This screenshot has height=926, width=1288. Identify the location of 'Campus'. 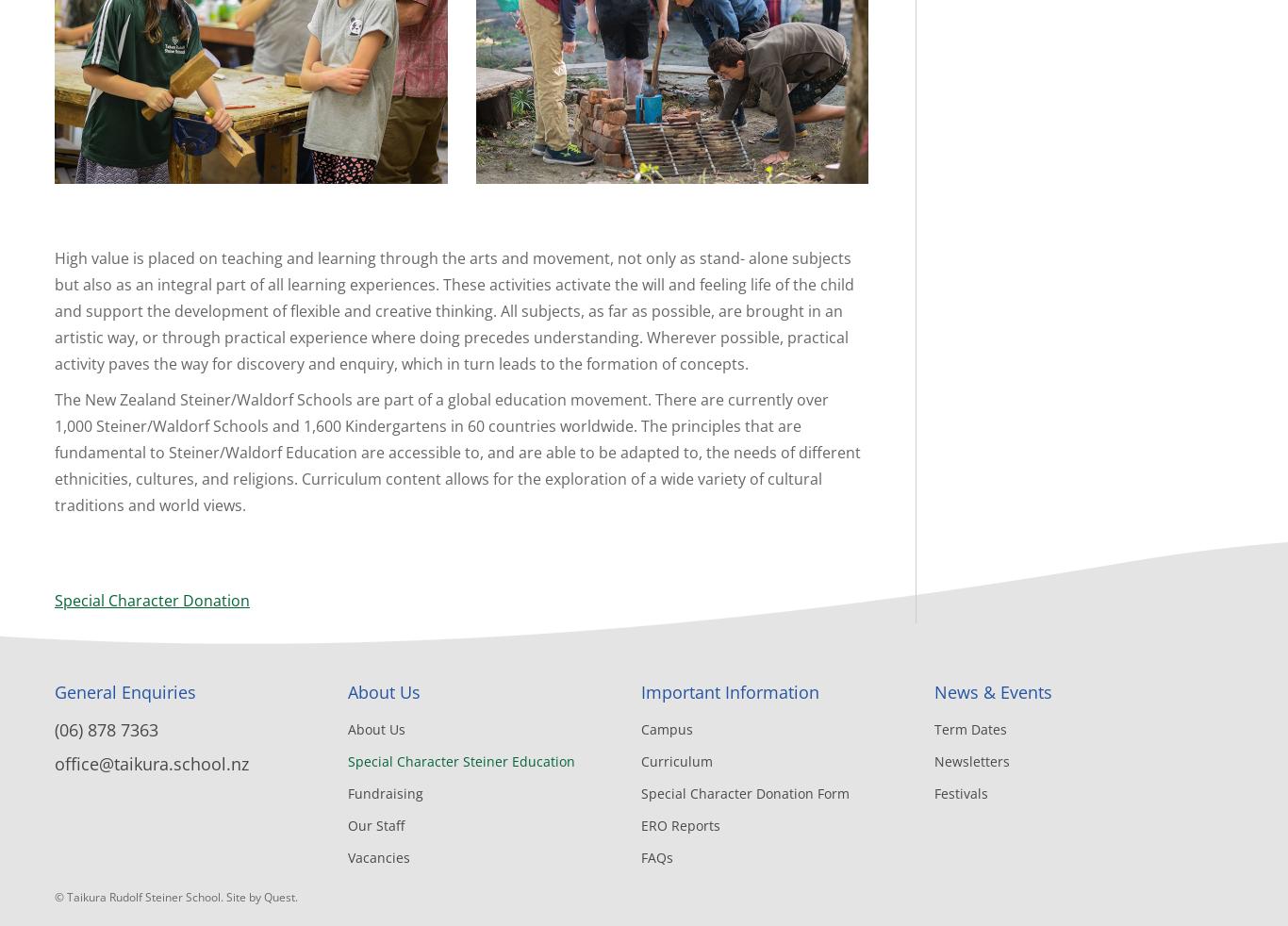
(639, 729).